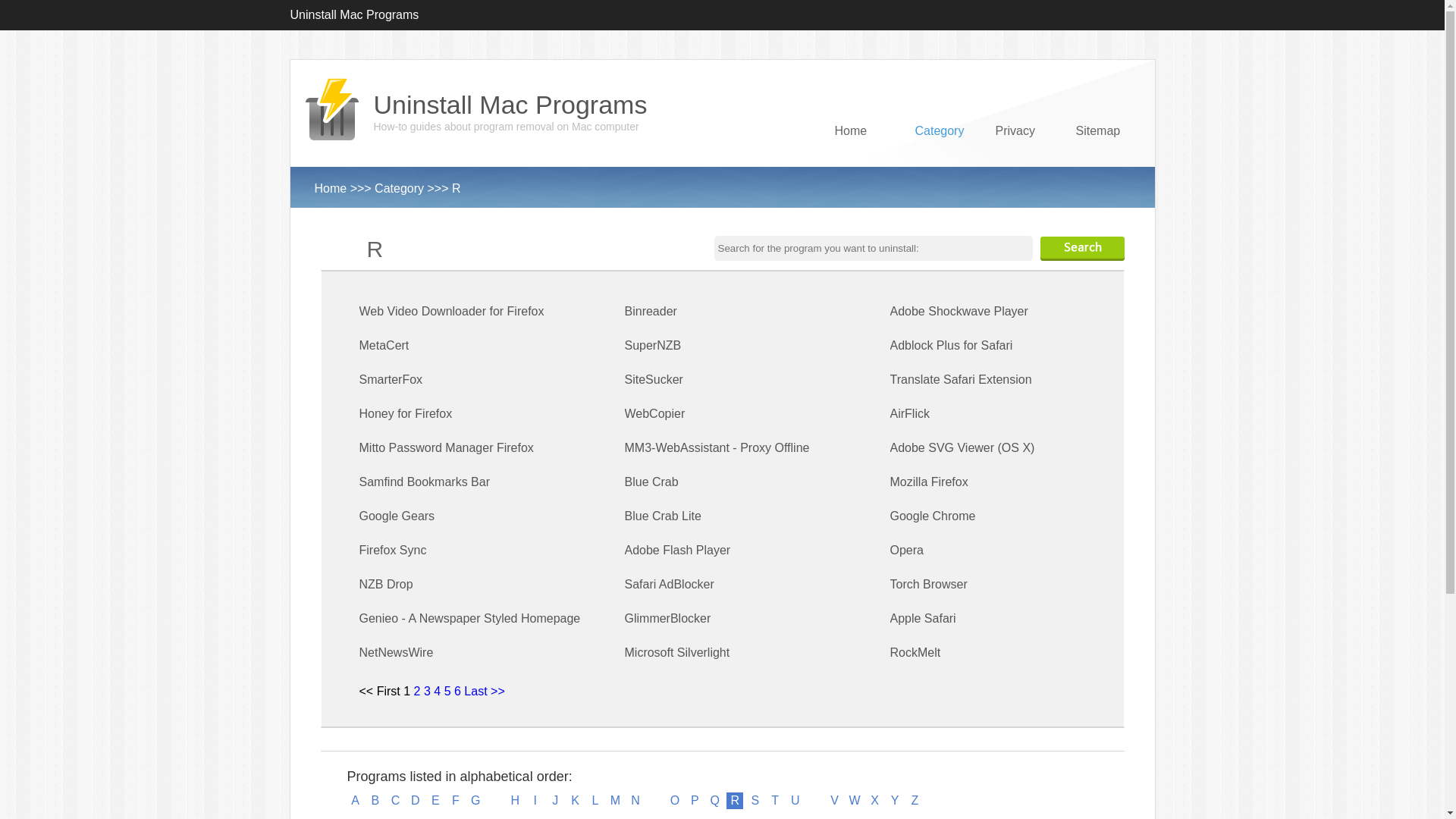 Image resolution: width=1456 pixels, height=819 pixels. I want to click on 'Adobe Shockwave Player', so click(959, 310).